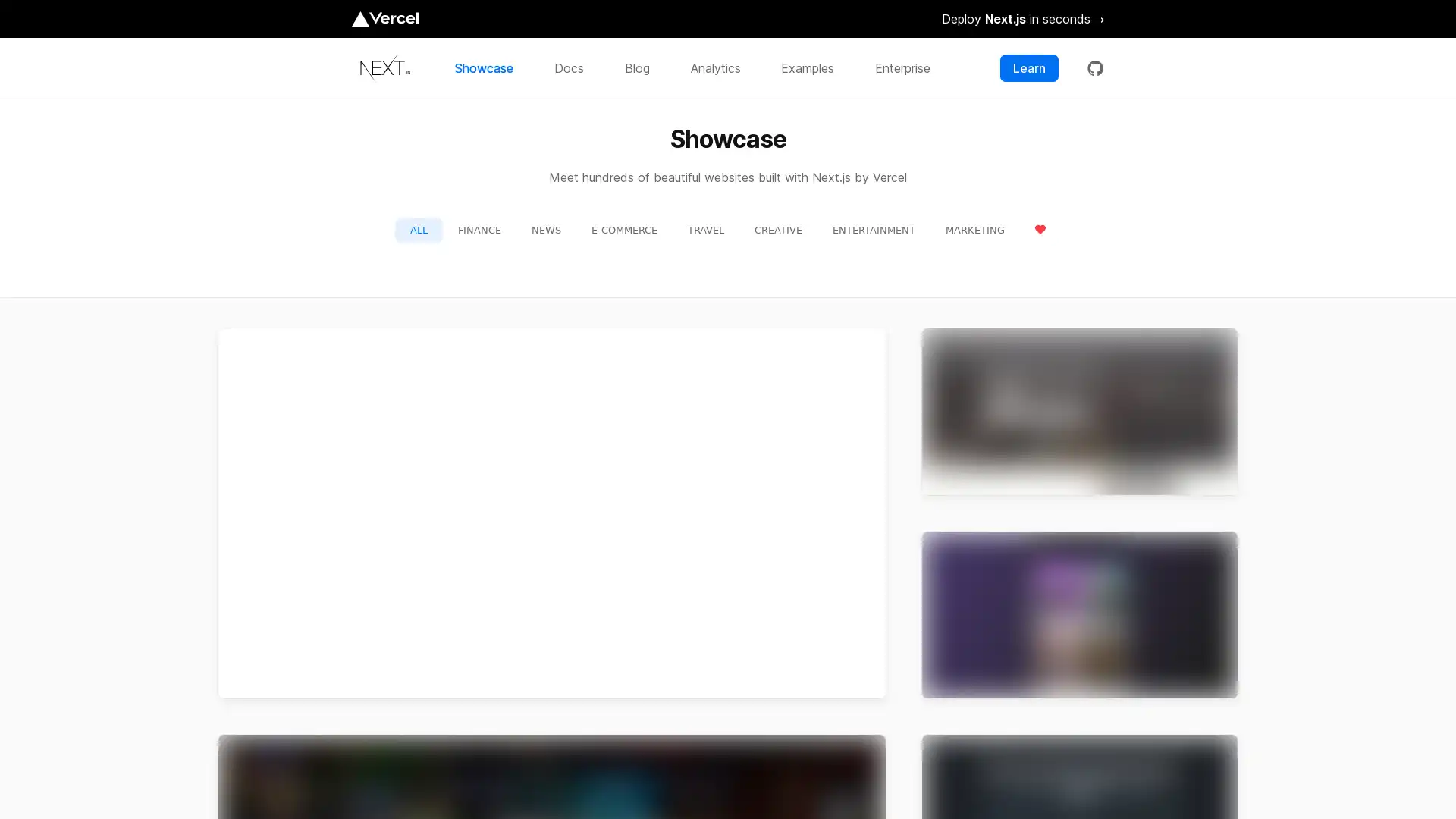 Image resolution: width=1456 pixels, height=819 pixels. What do you see at coordinates (624, 230) in the screenshot?
I see `E-COMMERCE` at bounding box center [624, 230].